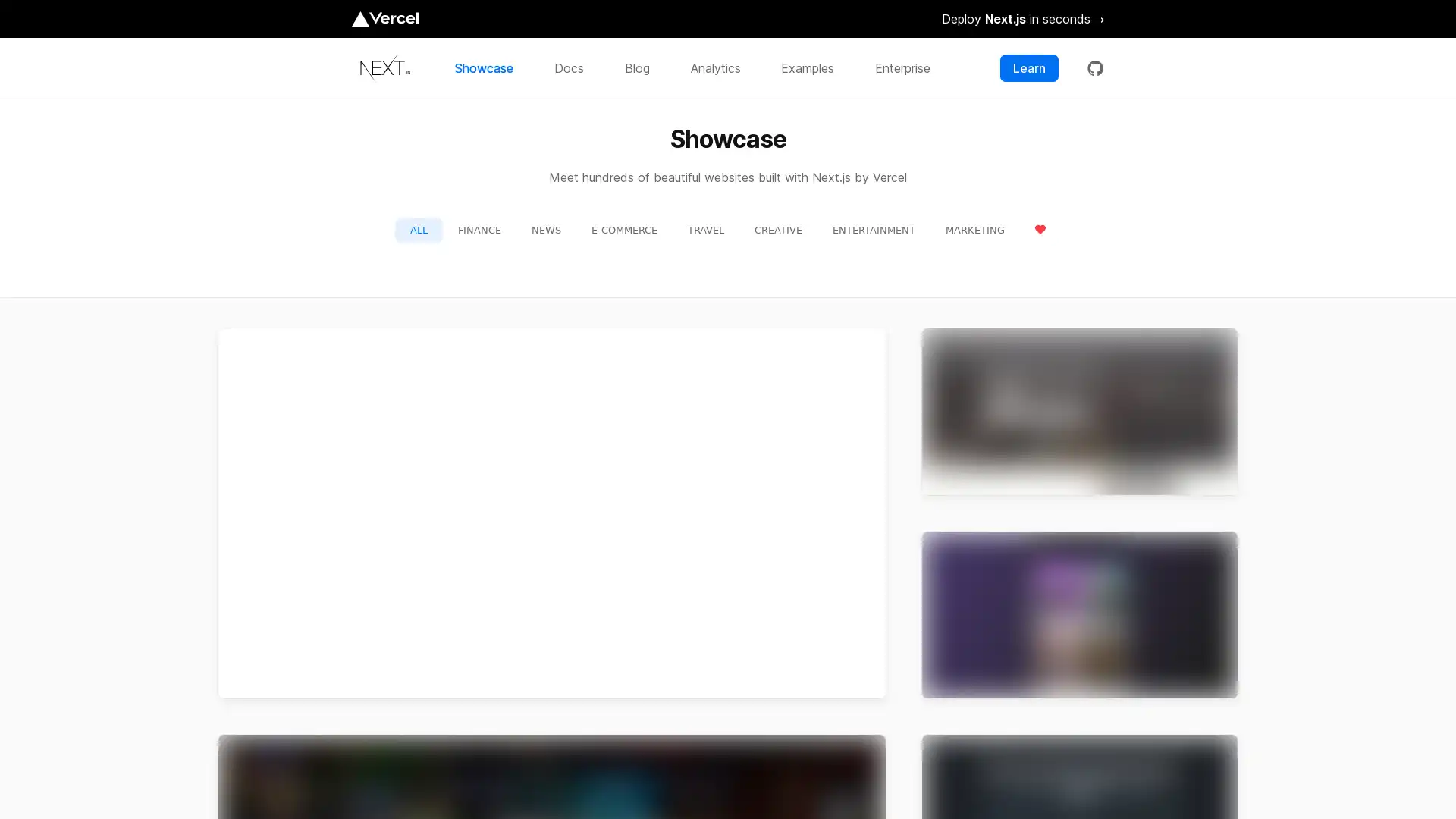 Image resolution: width=1456 pixels, height=819 pixels. What do you see at coordinates (624, 230) in the screenshot?
I see `E-COMMERCE` at bounding box center [624, 230].